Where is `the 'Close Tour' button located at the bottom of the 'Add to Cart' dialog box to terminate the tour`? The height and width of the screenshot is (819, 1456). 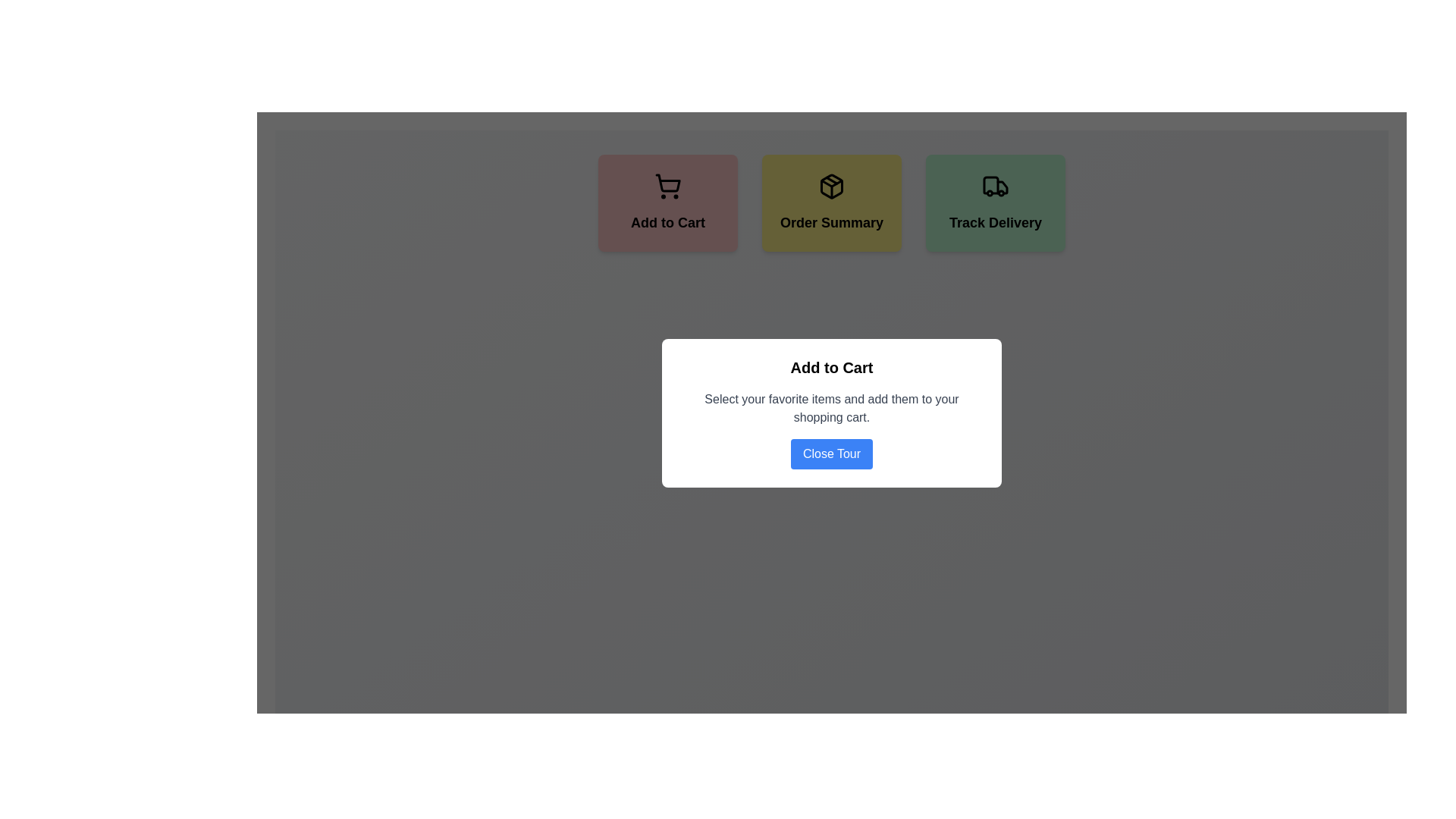
the 'Close Tour' button located at the bottom of the 'Add to Cart' dialog box to terminate the tour is located at coordinates (831, 453).